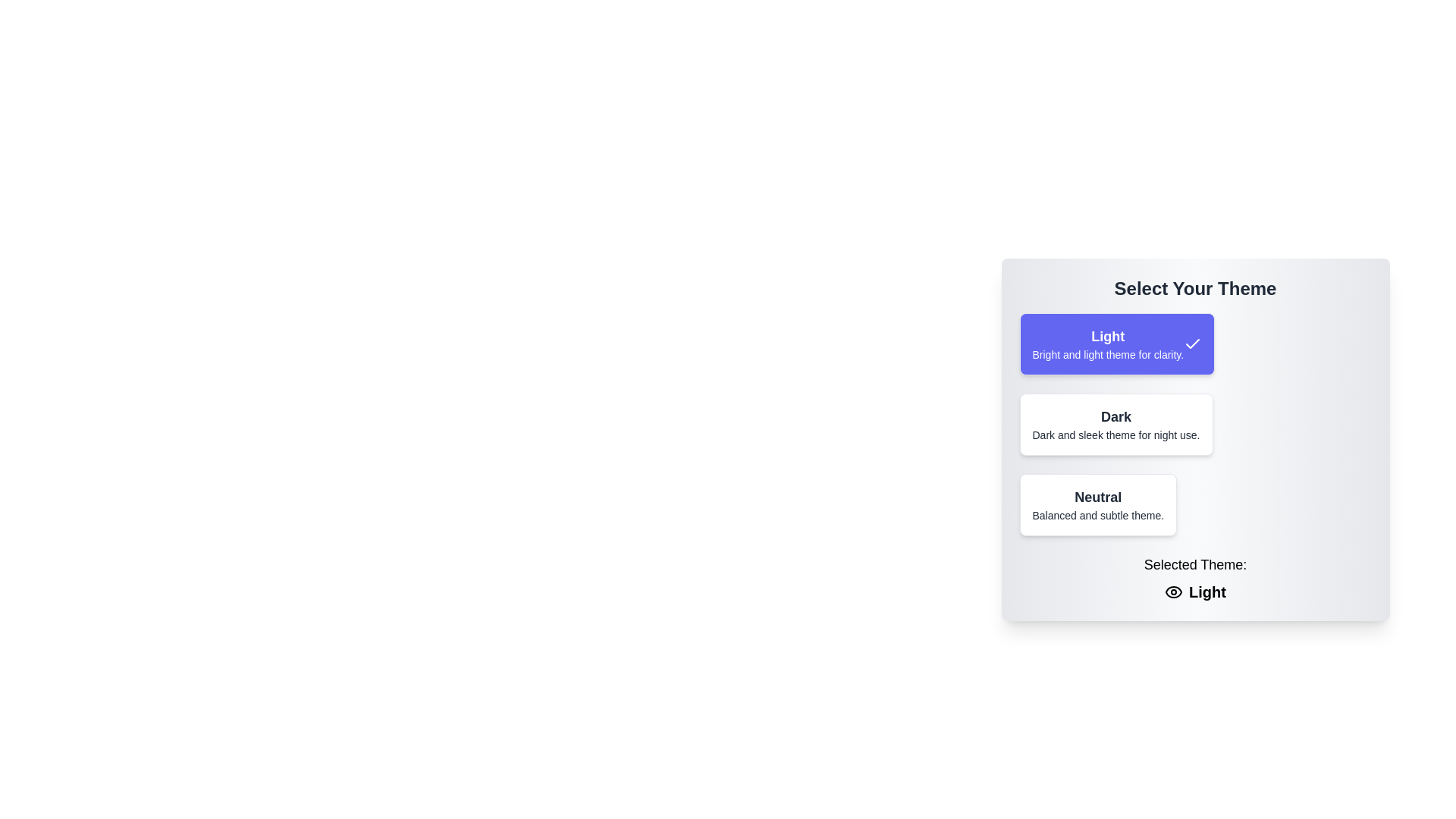 Image resolution: width=1456 pixels, height=819 pixels. Describe the element at coordinates (1117, 344) in the screenshot. I see `the 'Light' theme selection button, which is the first item in the list of theme options located in the central portion of the interface` at that location.